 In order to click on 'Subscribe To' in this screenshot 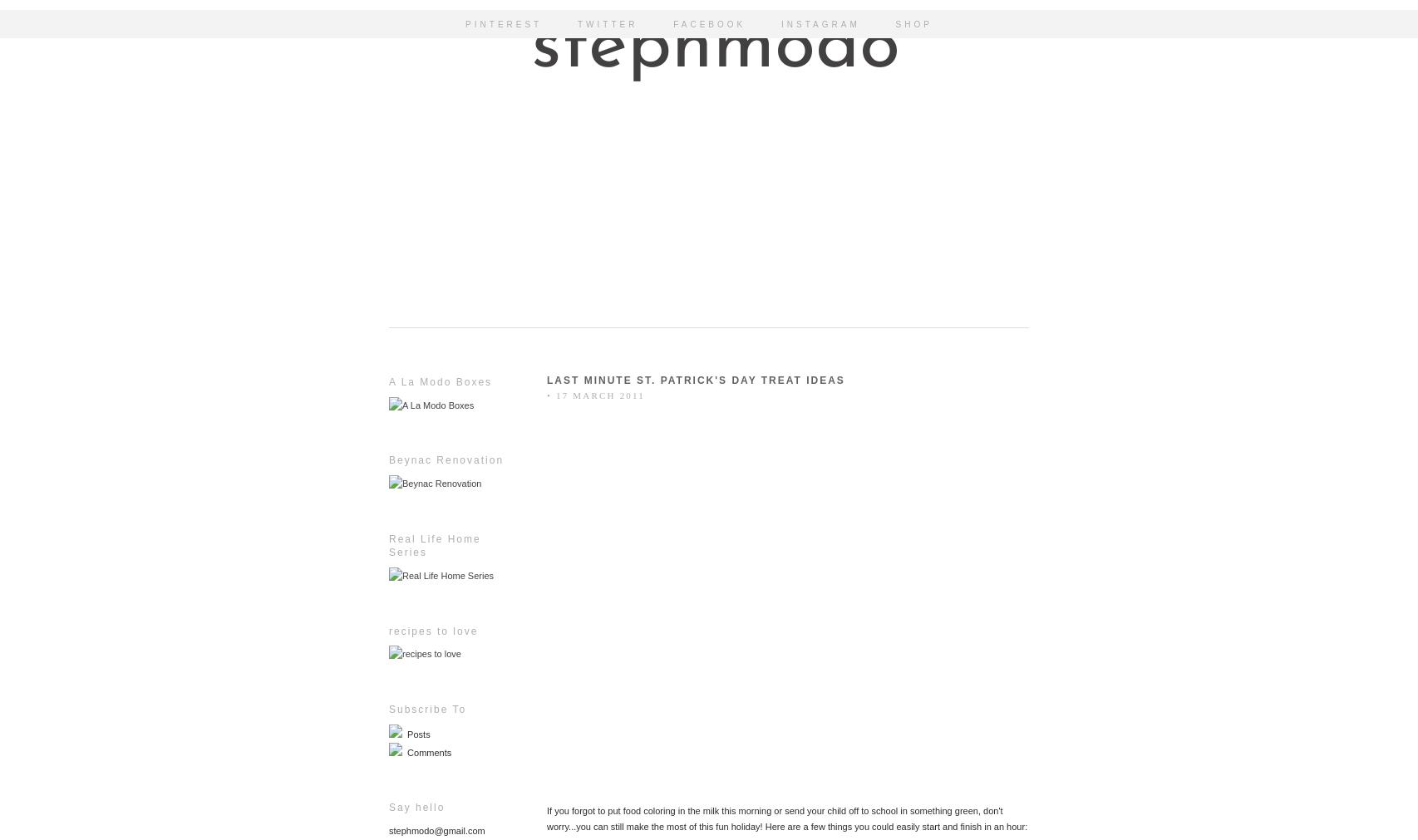, I will do `click(426, 708)`.